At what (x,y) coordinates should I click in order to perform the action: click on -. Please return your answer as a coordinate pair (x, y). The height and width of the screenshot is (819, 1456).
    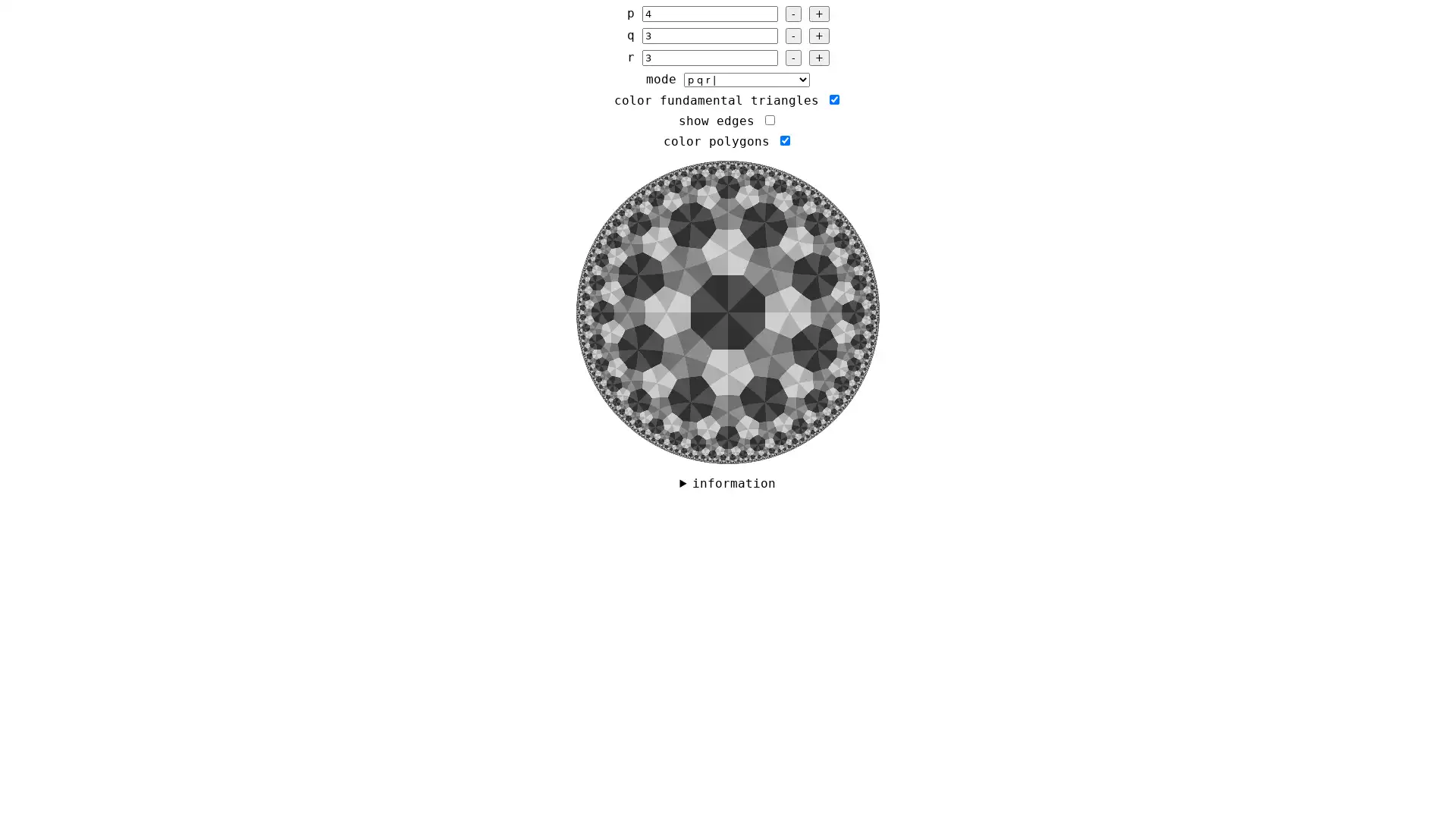
    Looking at the image, I should click on (792, 35).